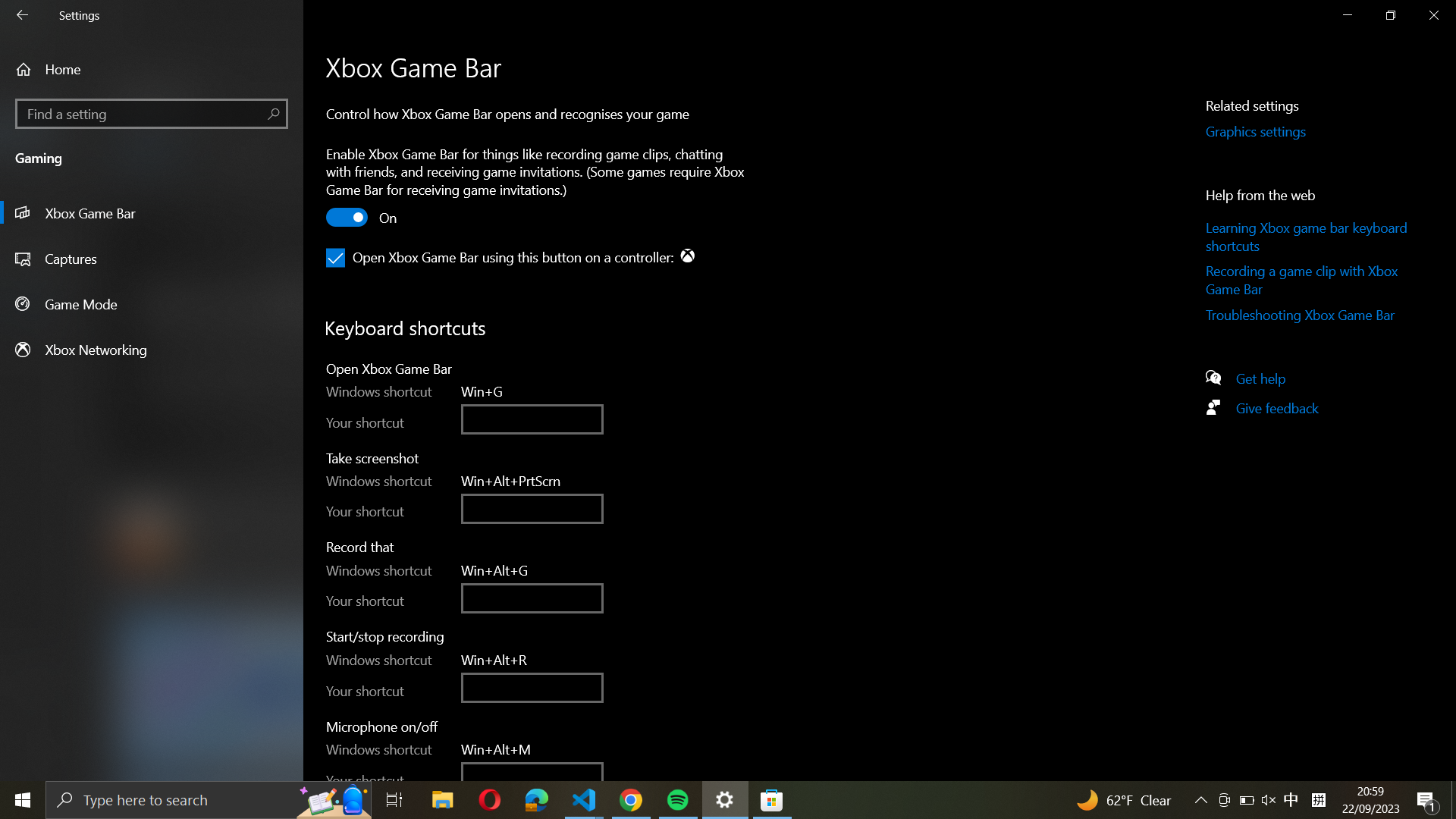 The height and width of the screenshot is (819, 1456). I want to click on the page for submitting your opinions, so click(1268, 411).